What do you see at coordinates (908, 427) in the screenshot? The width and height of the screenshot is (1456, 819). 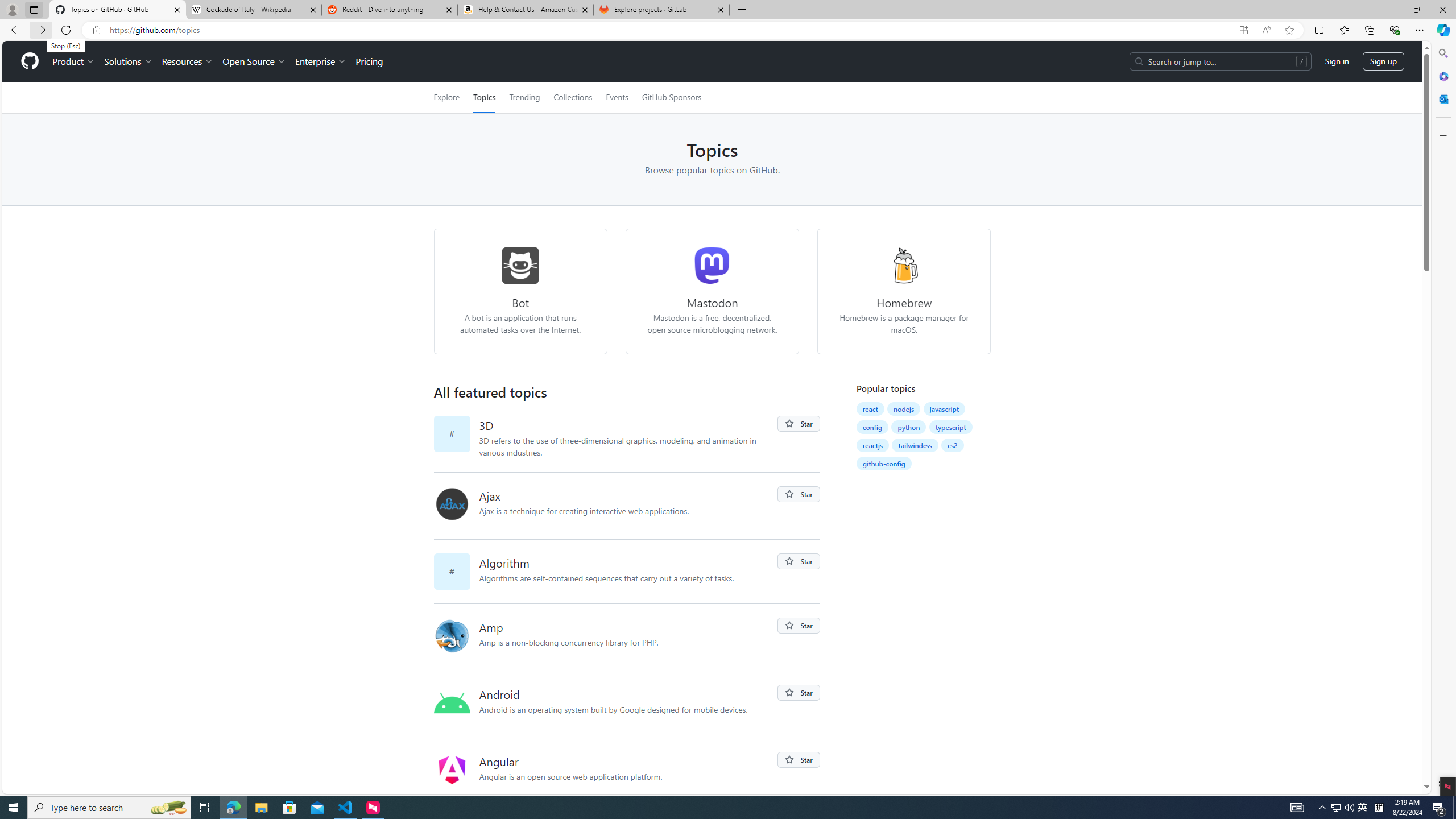 I see `'python'` at bounding box center [908, 427].